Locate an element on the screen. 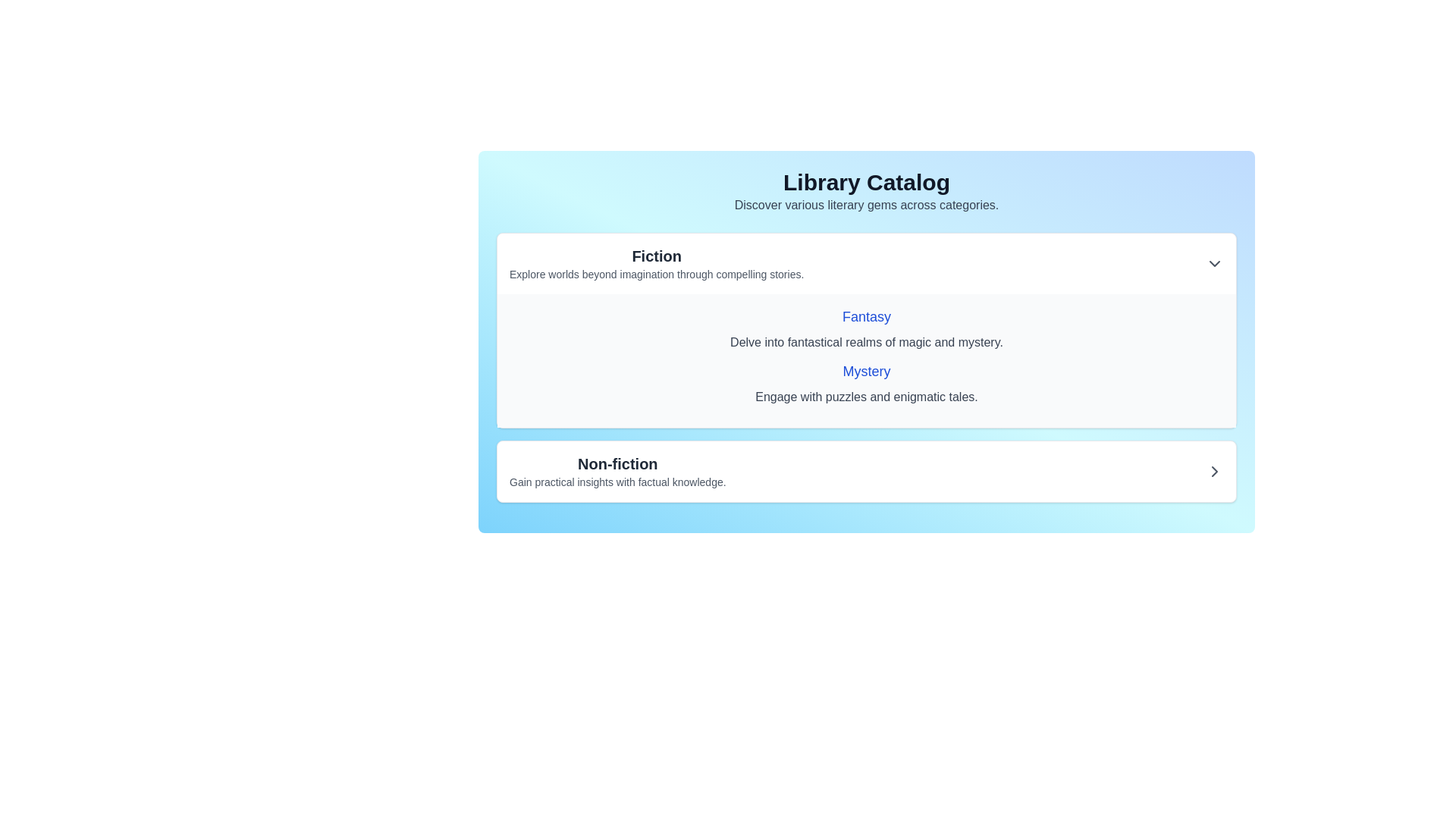 This screenshot has height=819, width=1456. the 'Non-fiction' list item in the library catalog is located at coordinates (866, 470).